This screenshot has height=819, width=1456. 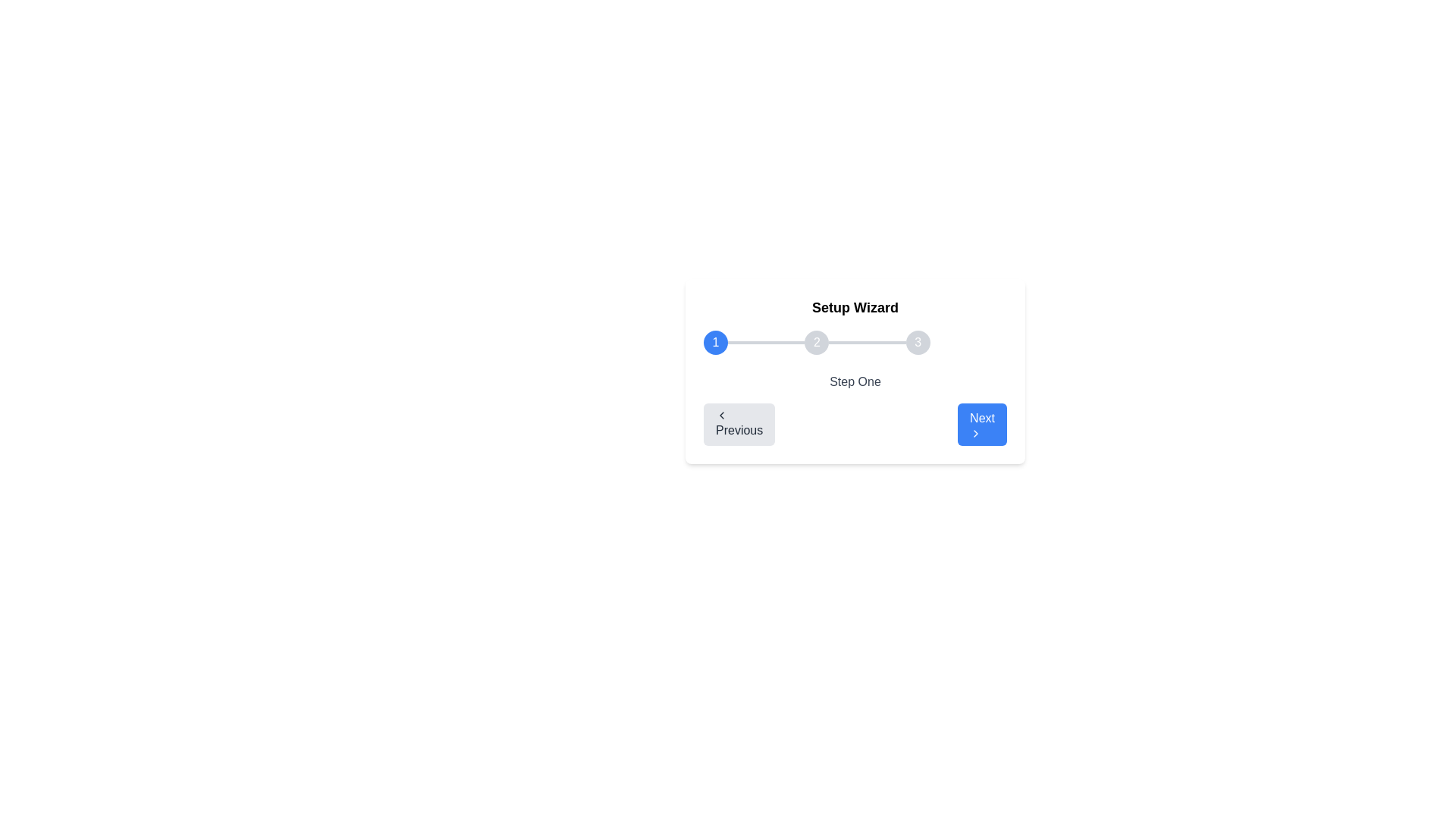 What do you see at coordinates (766, 342) in the screenshot?
I see `the progress bar segment that visually connects step '1' to step '2' in the setup wizard` at bounding box center [766, 342].